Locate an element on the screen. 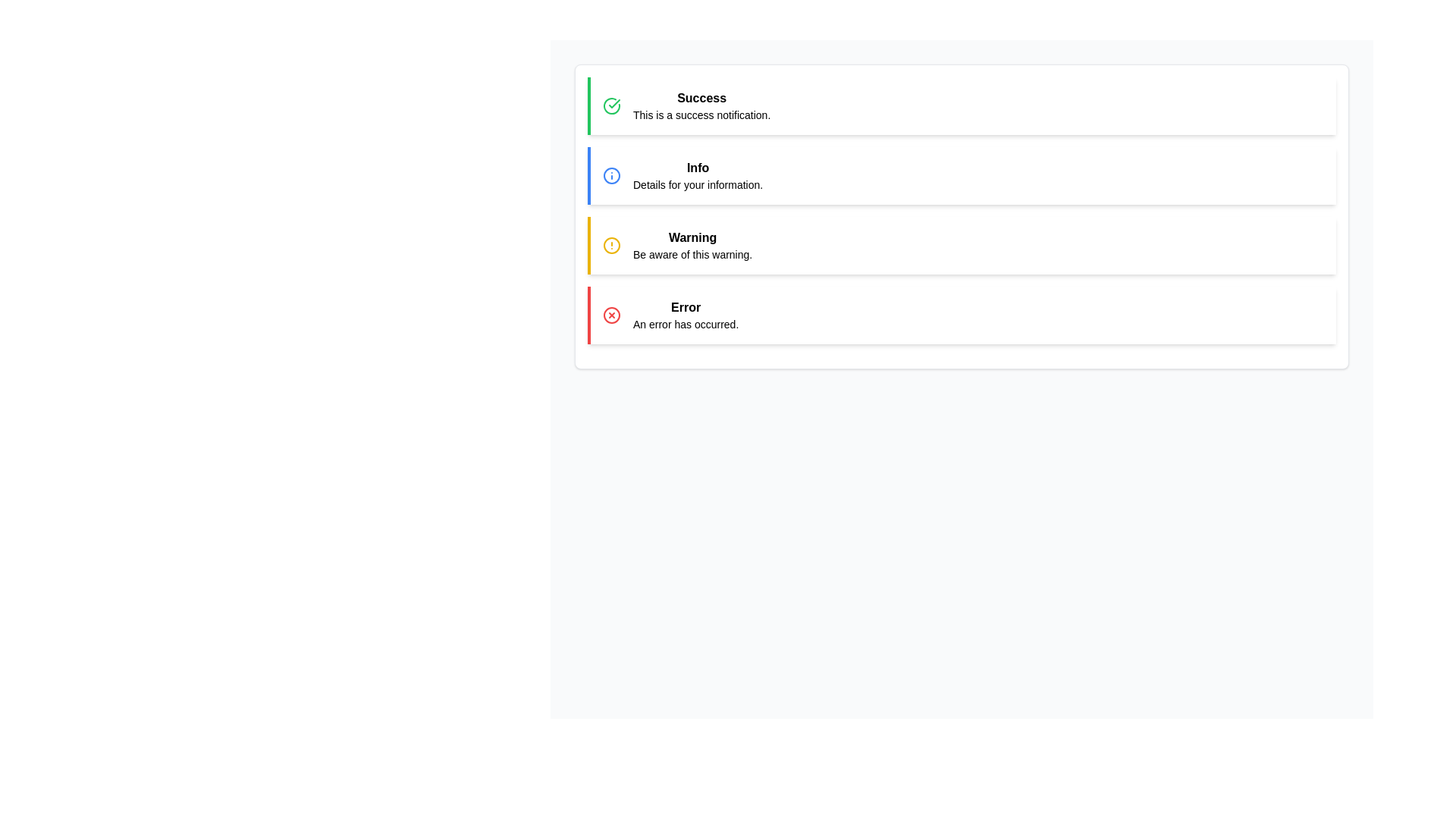 This screenshot has height=819, width=1456. the circular icon with a green border and checkmark inside it, located at the top left corner of the 'Success' notification box is located at coordinates (611, 105).